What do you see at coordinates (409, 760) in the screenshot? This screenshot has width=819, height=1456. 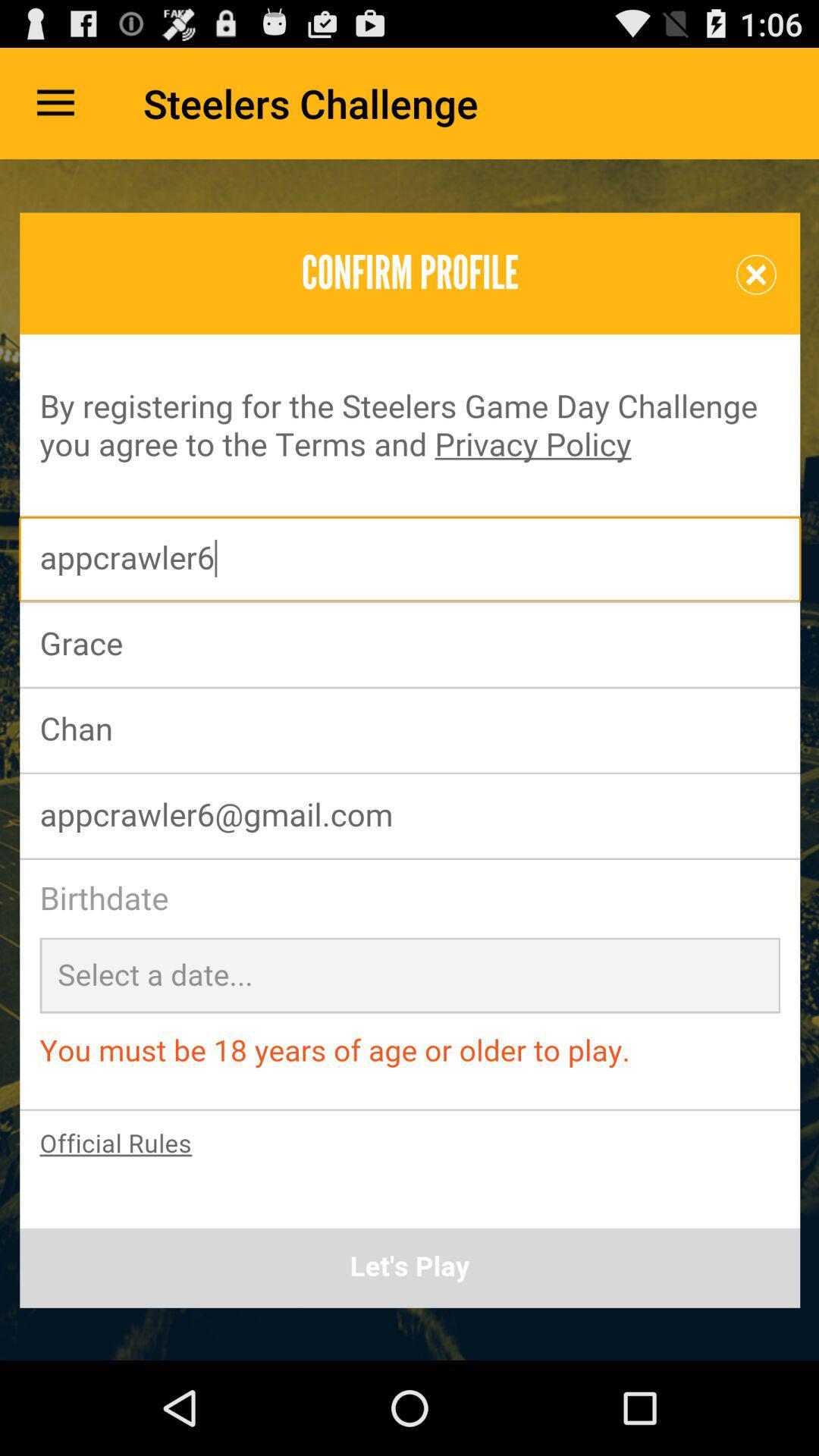 I see `profile` at bounding box center [409, 760].